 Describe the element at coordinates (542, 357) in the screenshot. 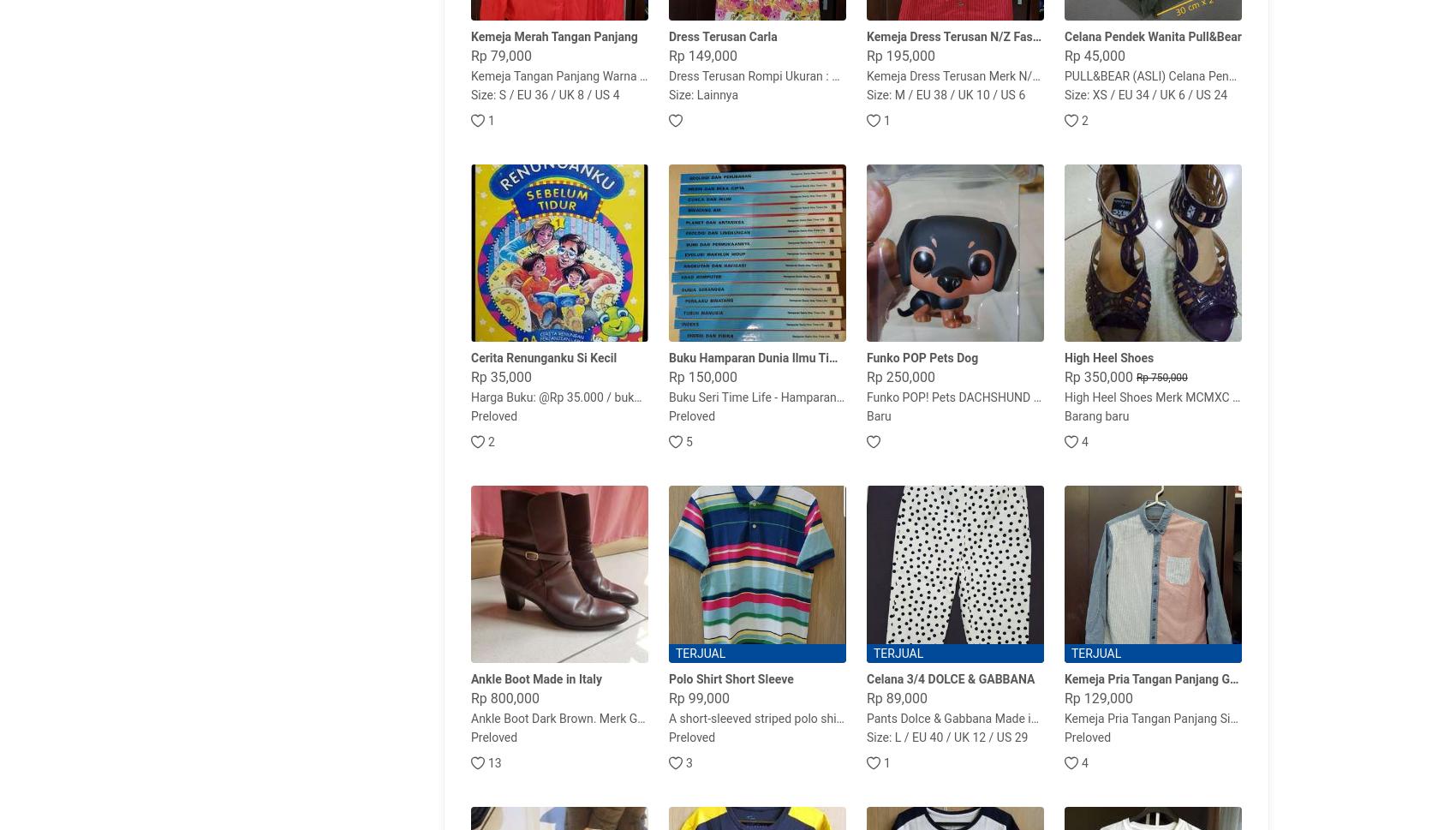

I see `'Cerita Renunganku Si Kecil'` at that location.